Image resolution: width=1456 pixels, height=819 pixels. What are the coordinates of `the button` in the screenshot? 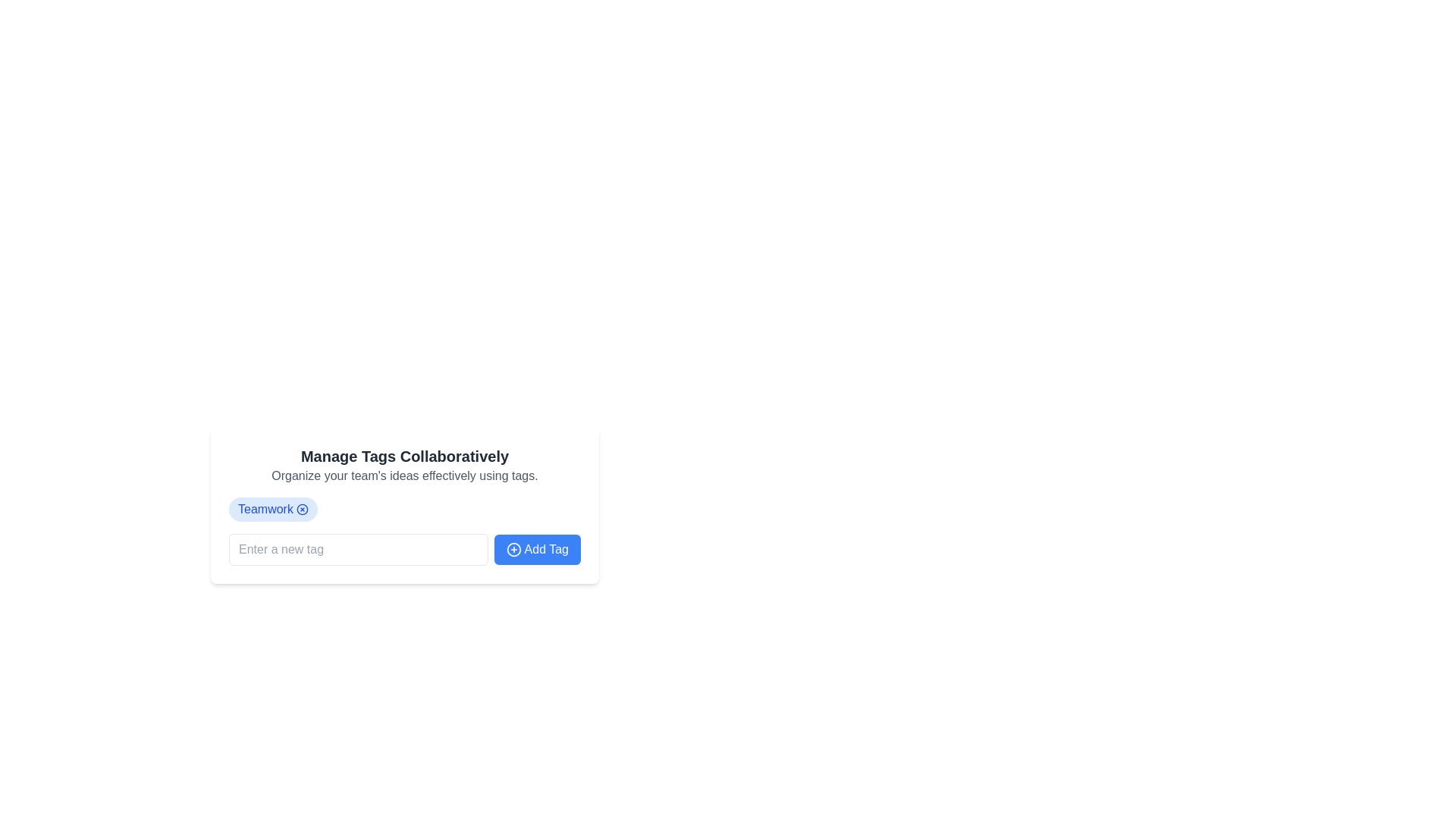 It's located at (537, 550).